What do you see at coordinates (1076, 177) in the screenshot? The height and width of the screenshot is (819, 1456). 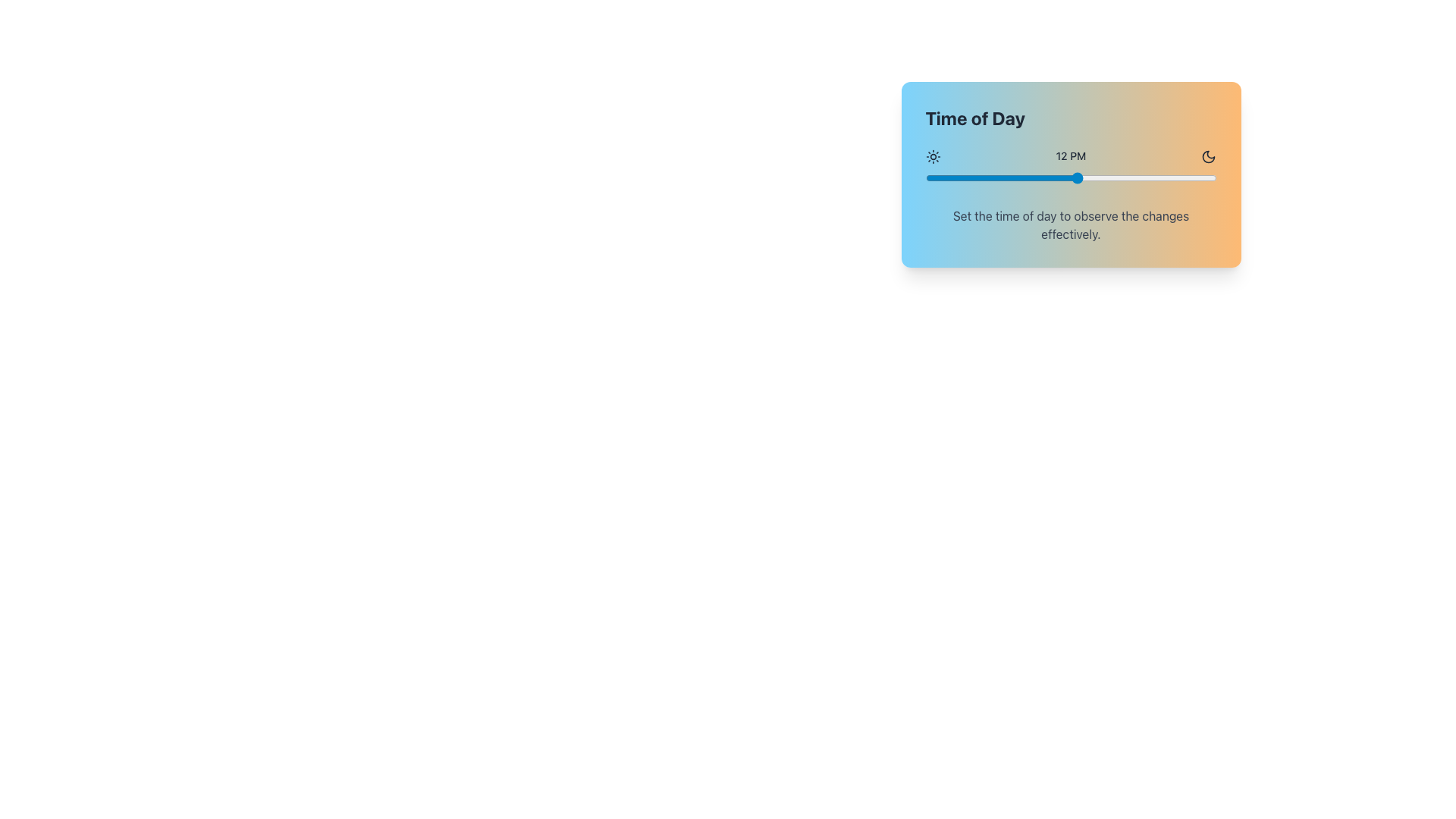 I see `the time of day` at bounding box center [1076, 177].